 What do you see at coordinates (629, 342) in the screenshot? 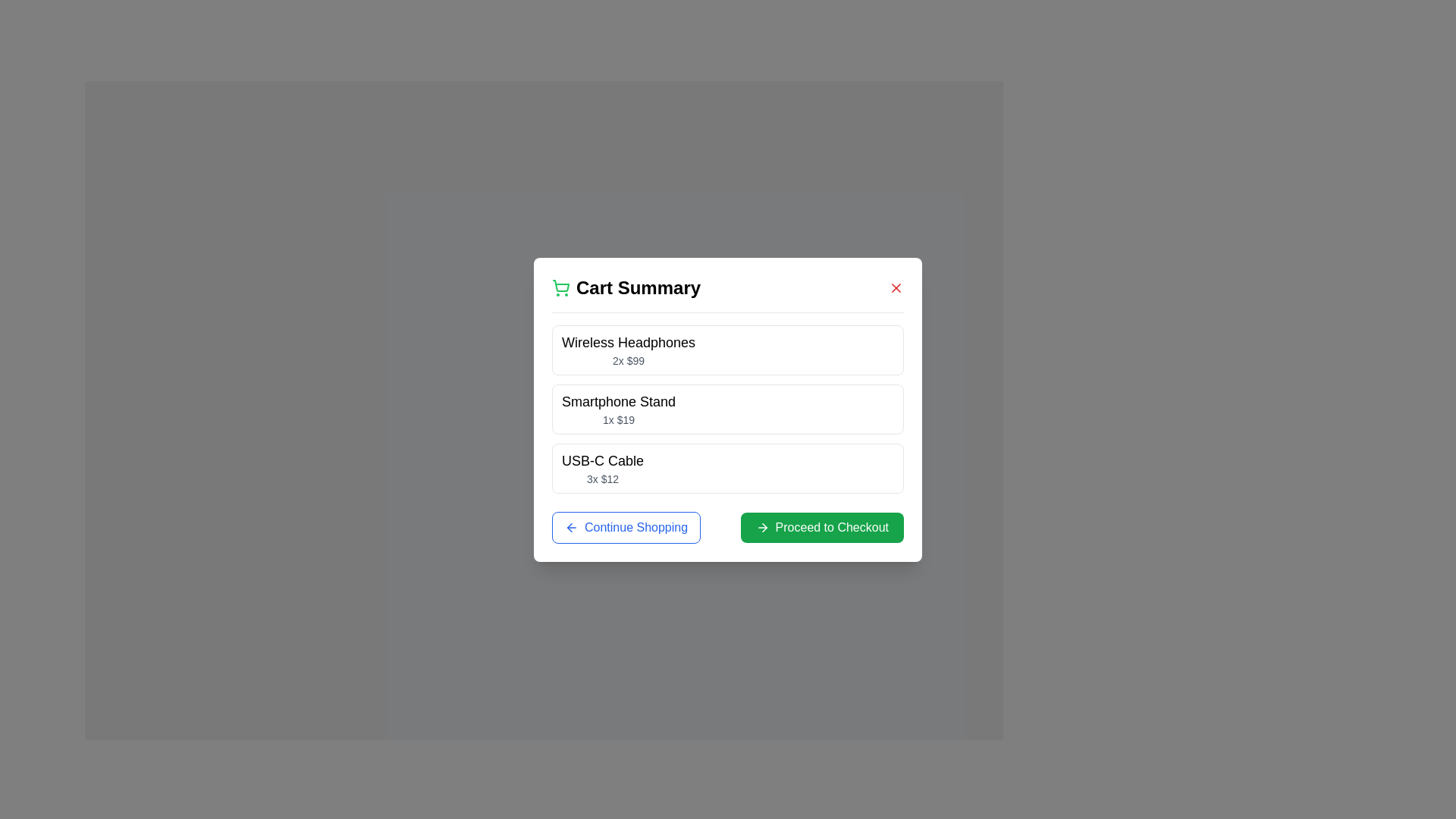
I see `the text label displaying 'Wireless Headphones', which is a bold title located at the top of the product information section in the 'Cart Summary' dialog box` at bounding box center [629, 342].